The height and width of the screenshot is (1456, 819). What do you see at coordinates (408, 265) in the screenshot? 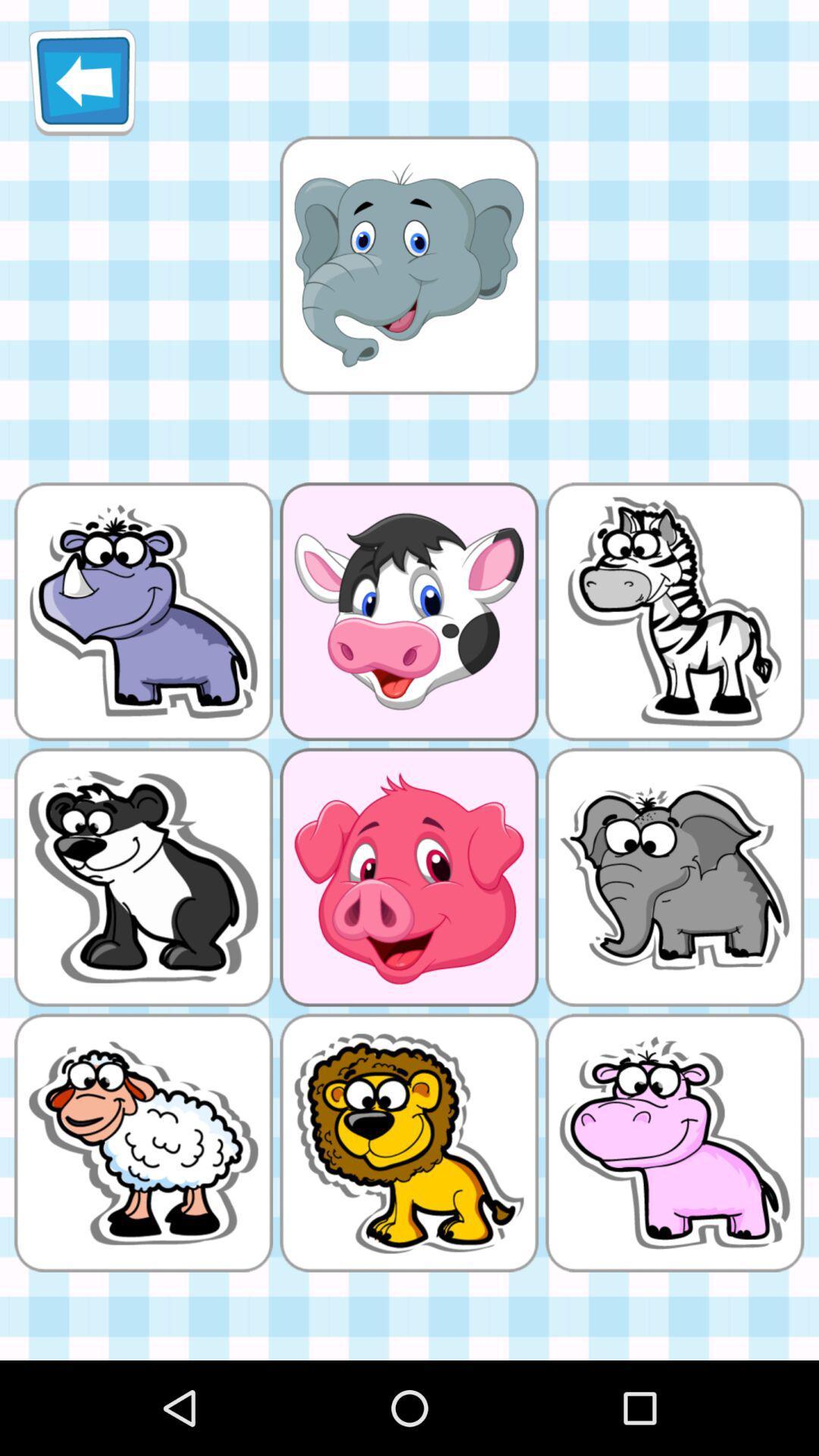
I see `landslip` at bounding box center [408, 265].